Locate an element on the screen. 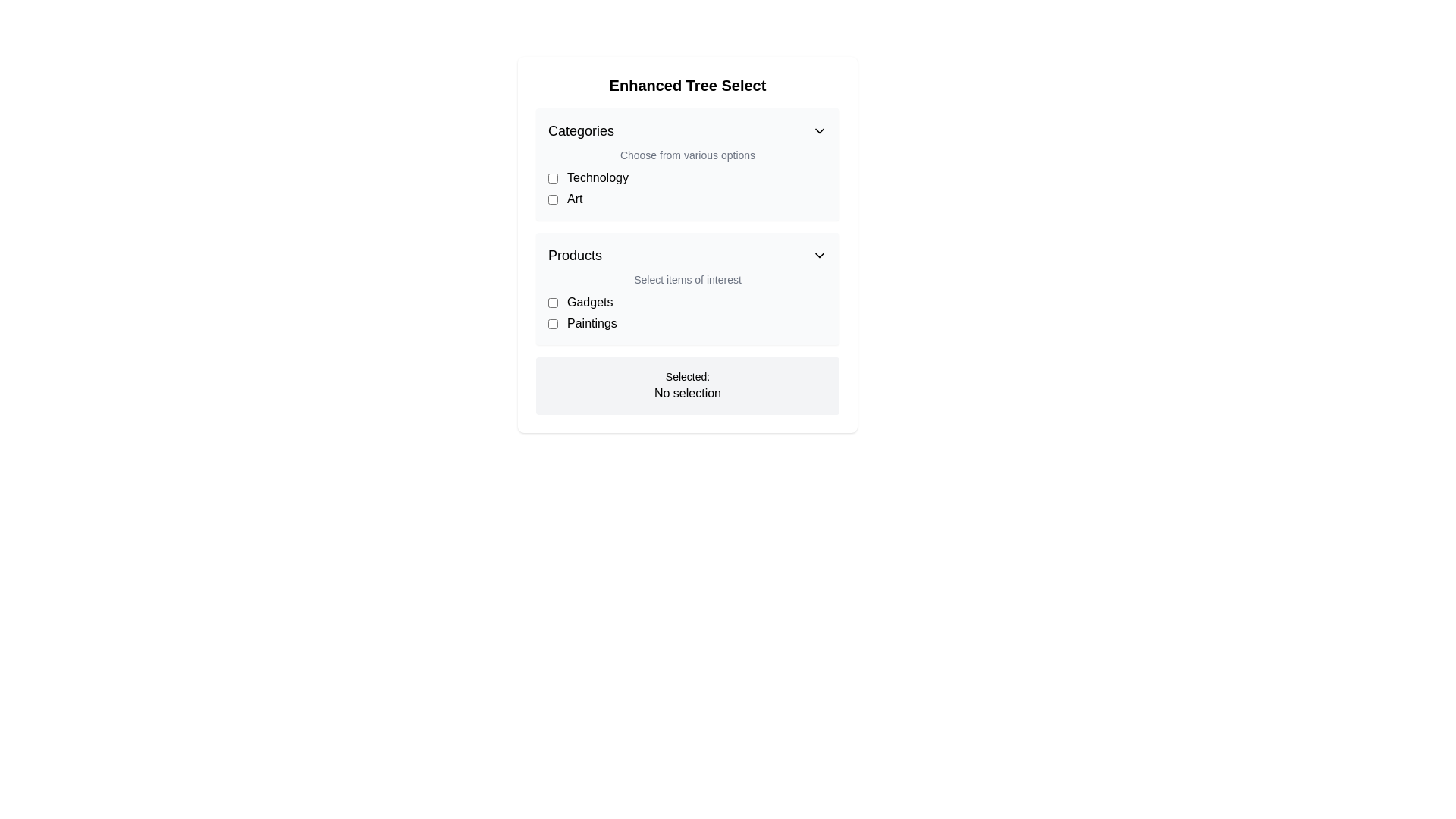 The image size is (1456, 819). text label indicating the 'Paintings' category option, located to the right of the checkbox in the 'Products' section is located at coordinates (591, 323).